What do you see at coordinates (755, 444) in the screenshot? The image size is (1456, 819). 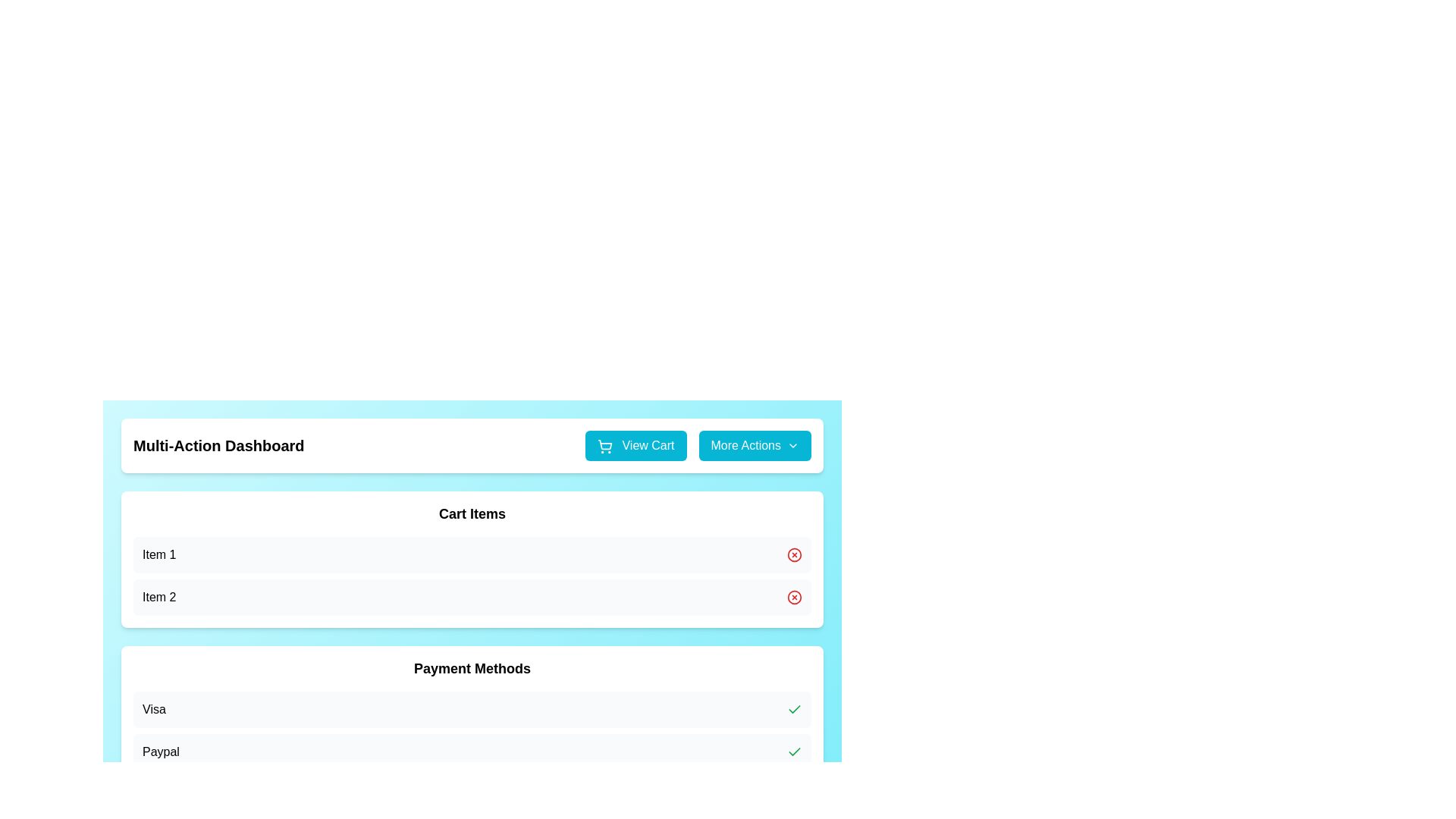 I see `the button with an expandable dropdown menu located to the right of the 'View Cart' button` at bounding box center [755, 444].